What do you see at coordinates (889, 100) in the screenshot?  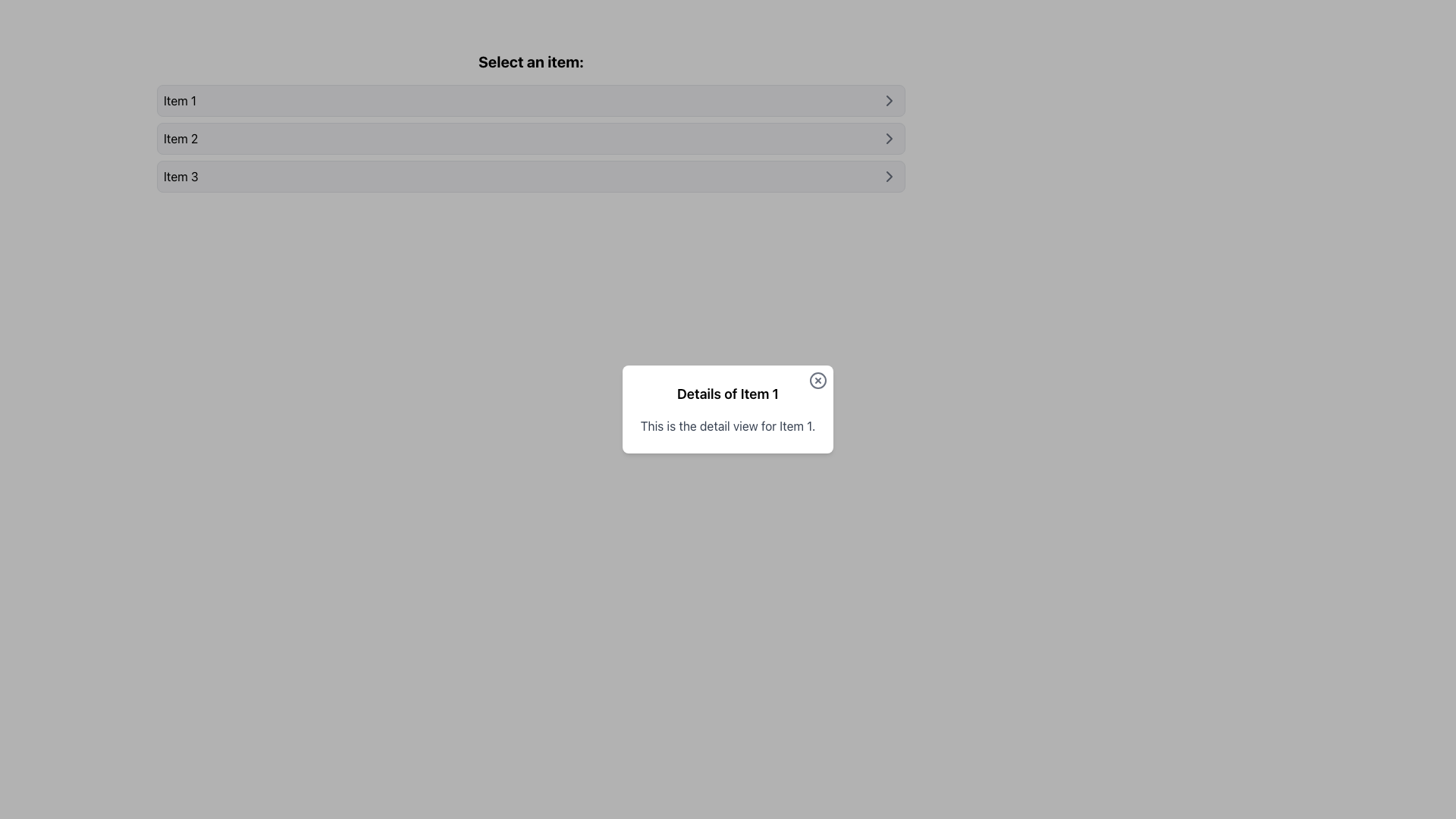 I see `the right-pointing chevron icon with a gray color and rounded outline located at the far-right edge of the first item in the vertical list labeled 'Select an item'` at bounding box center [889, 100].